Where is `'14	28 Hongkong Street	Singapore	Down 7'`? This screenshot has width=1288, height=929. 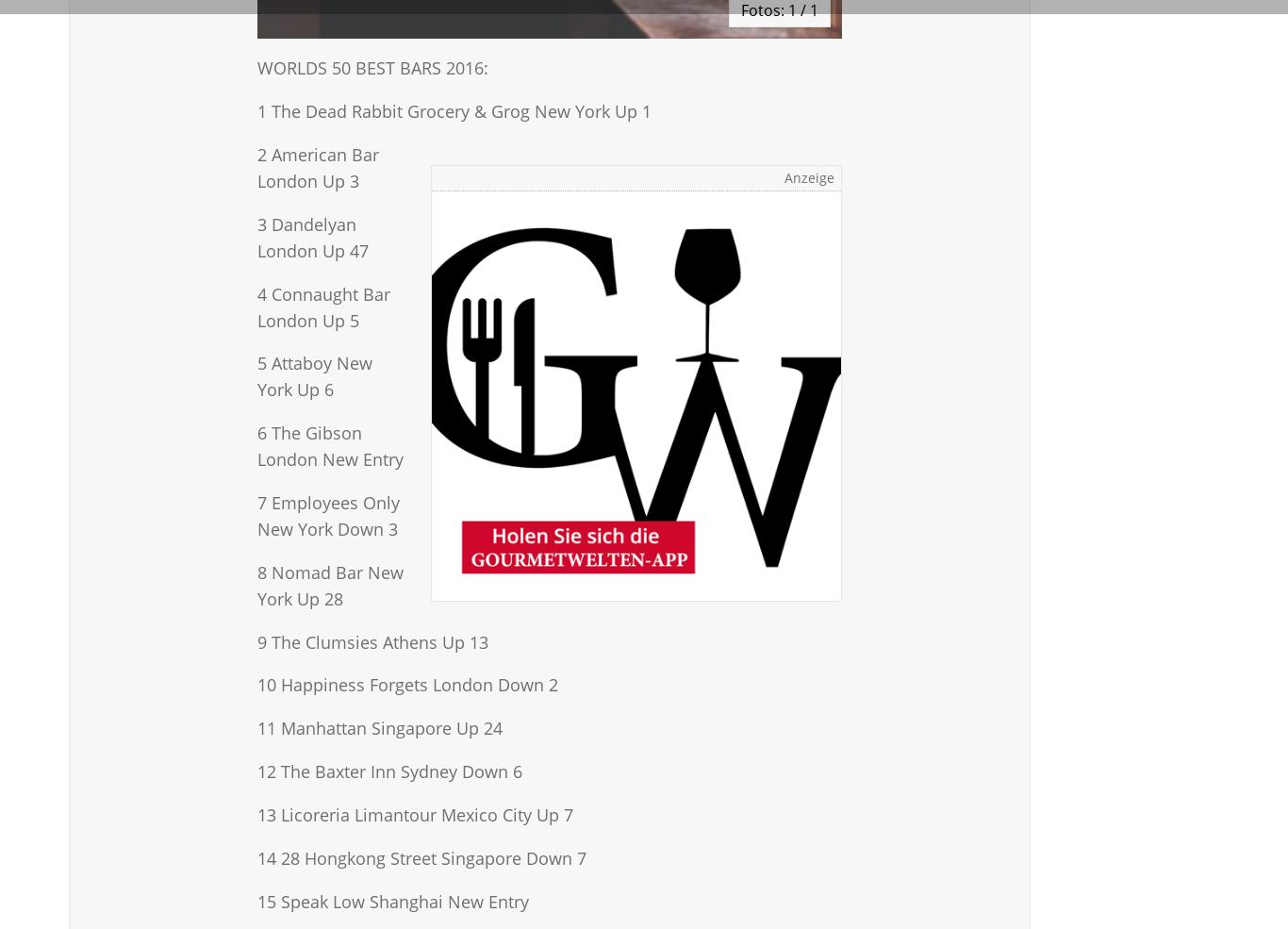 '14	28 Hongkong Street	Singapore	Down 7' is located at coordinates (257, 858).